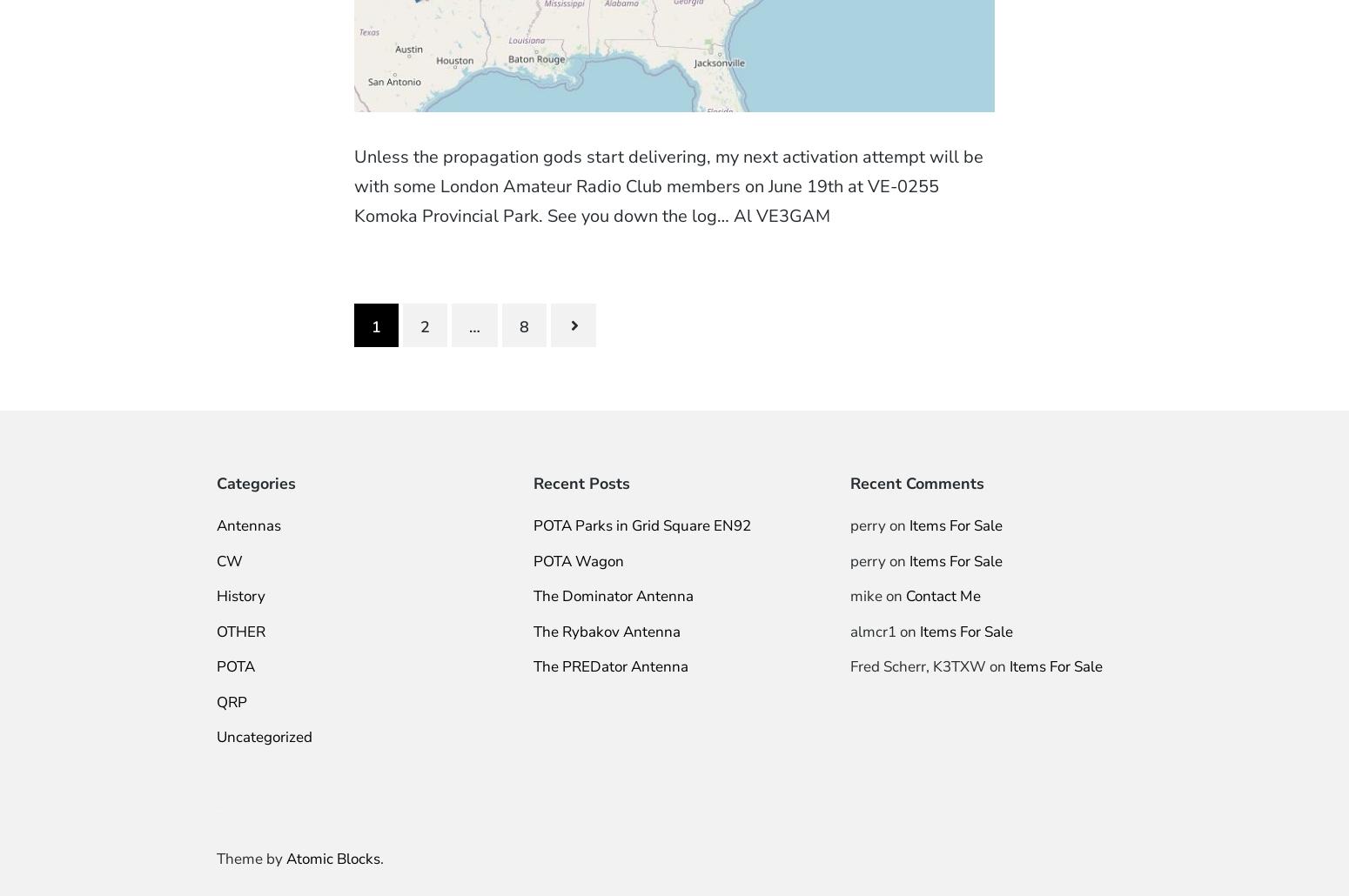 The width and height of the screenshot is (1349, 896). I want to click on 'POTA', so click(235, 666).